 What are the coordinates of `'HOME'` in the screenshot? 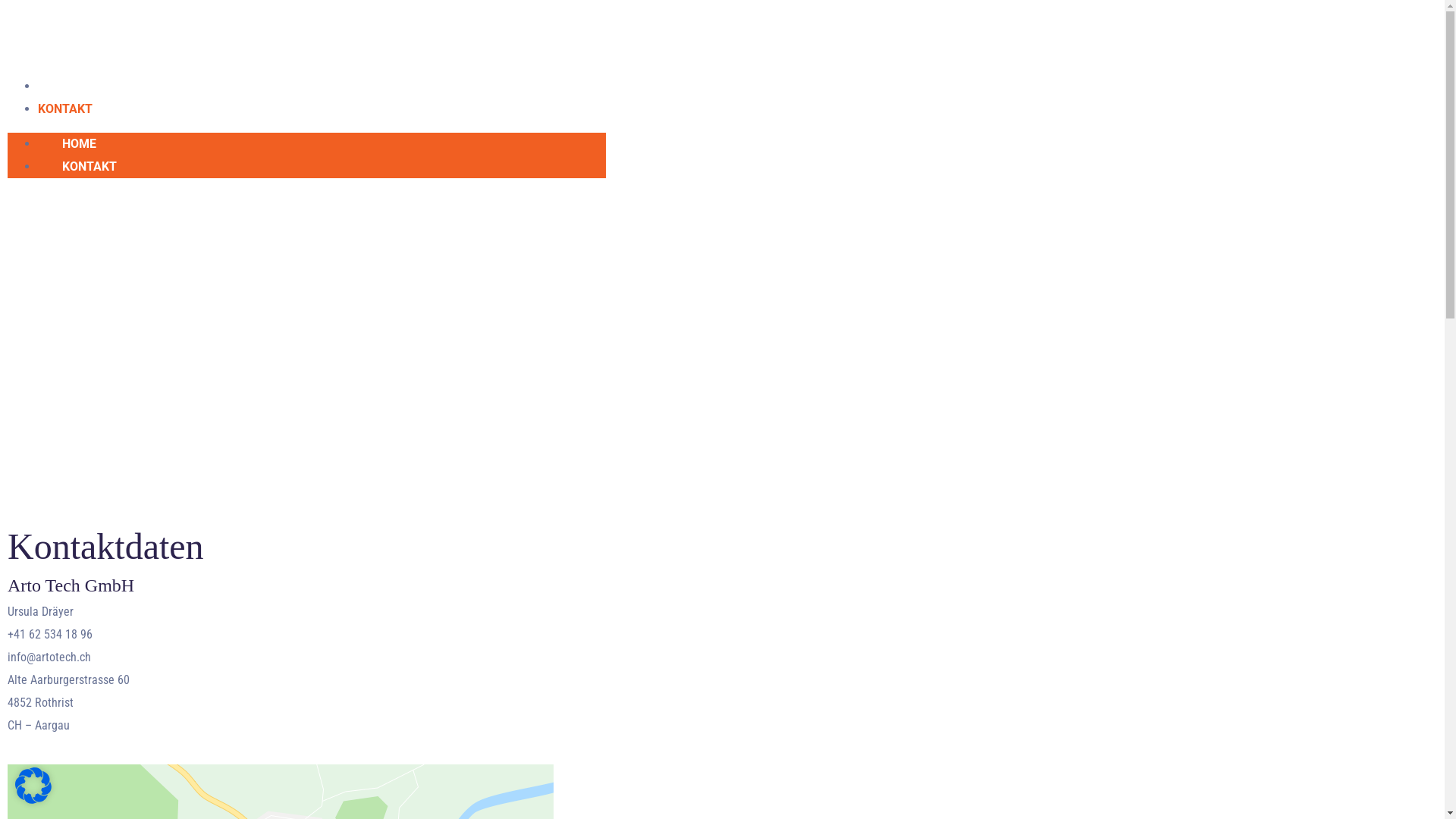 It's located at (37, 143).